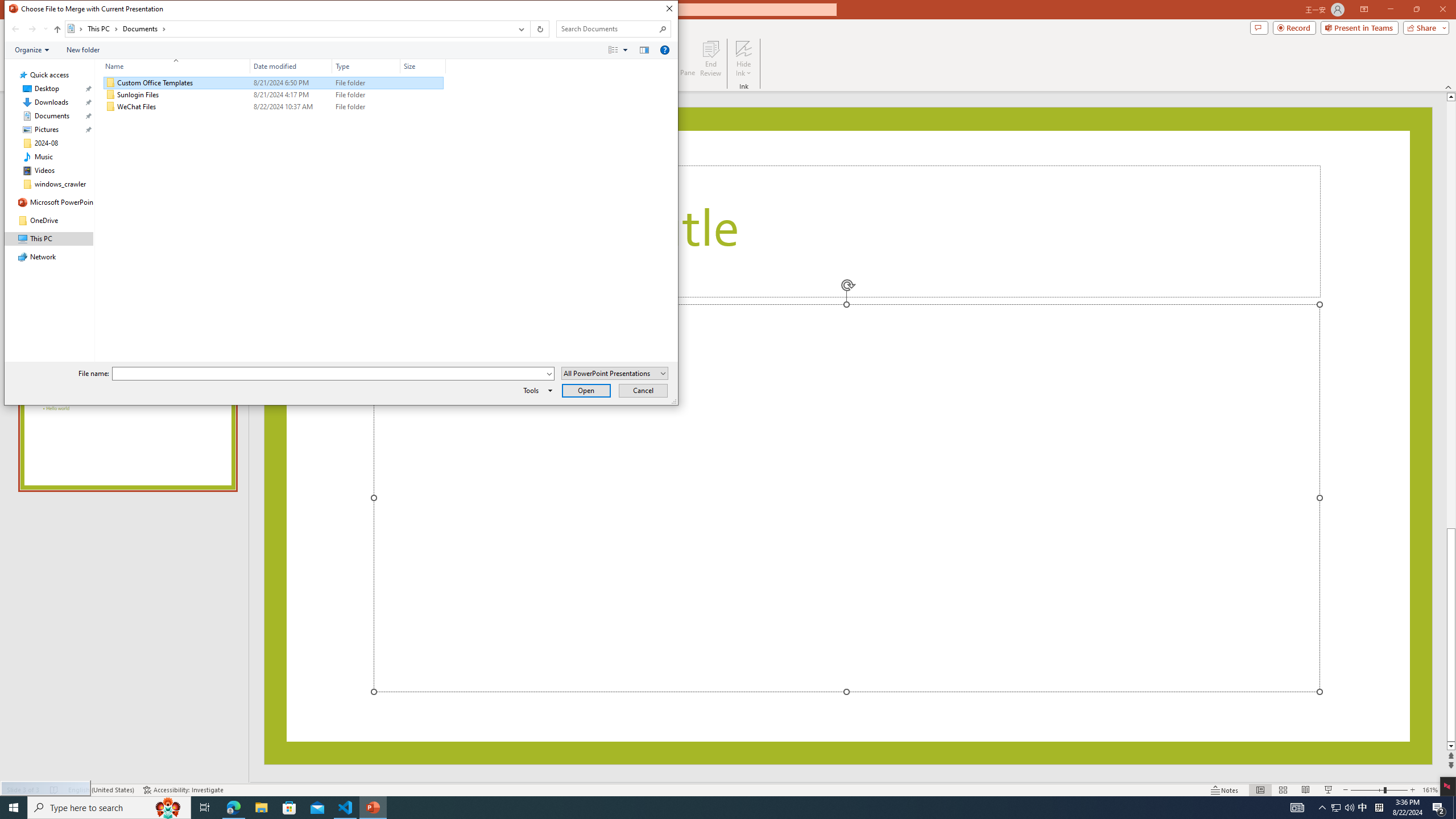 Image resolution: width=1456 pixels, height=819 pixels. I want to click on 'Organize', so click(32, 49).